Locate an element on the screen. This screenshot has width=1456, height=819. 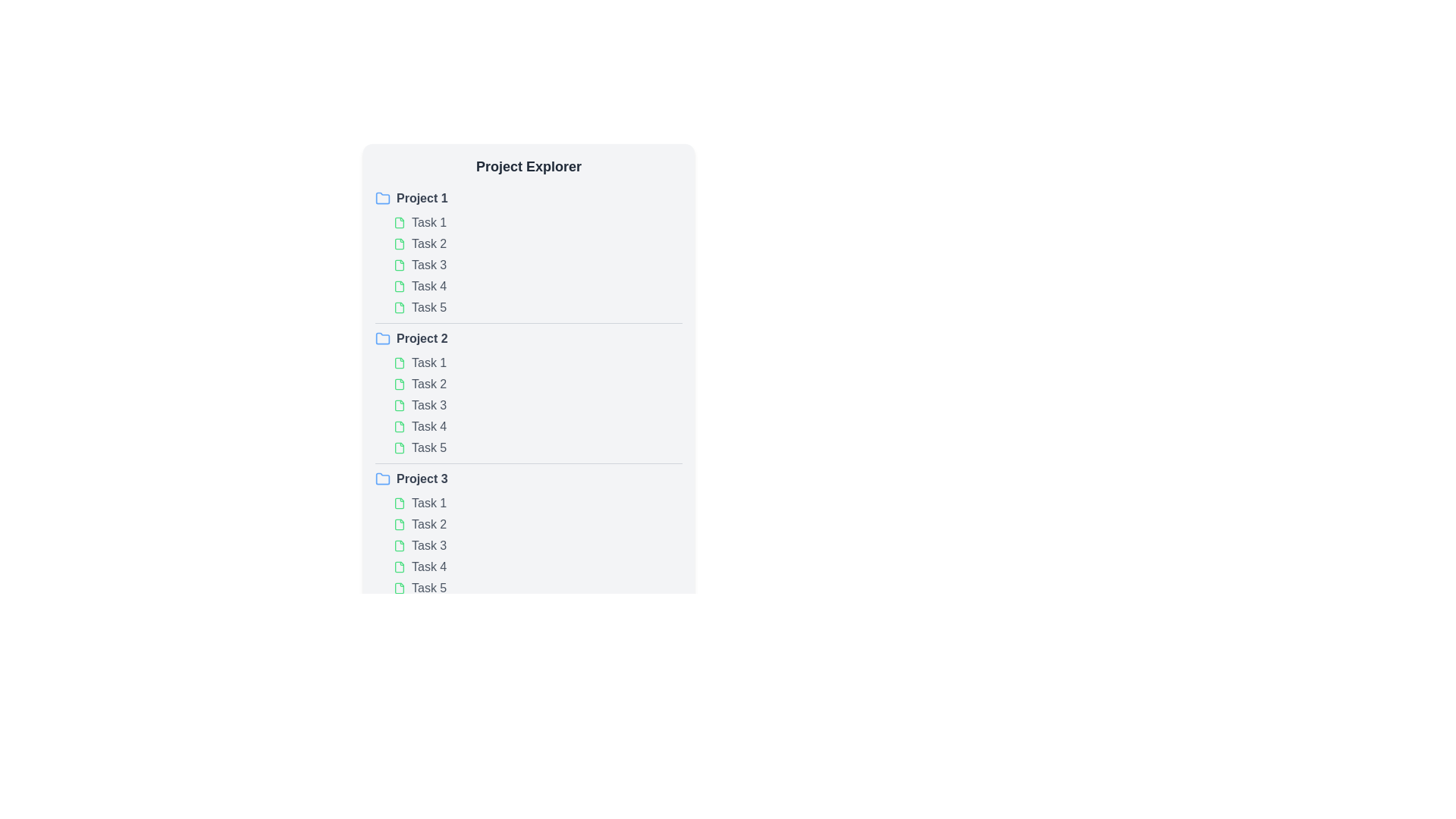
the text label 'Project 3' is located at coordinates (422, 479).